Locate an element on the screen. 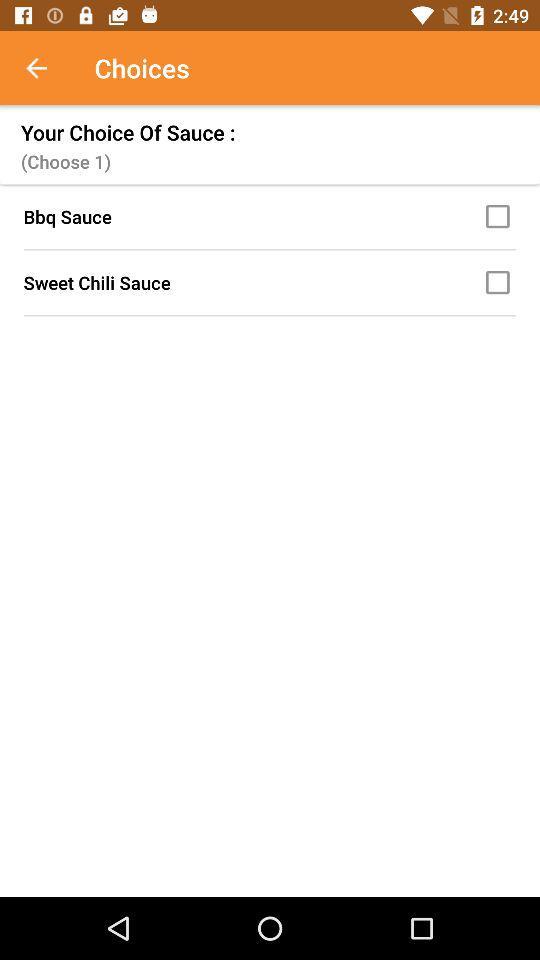 The image size is (540, 960). icon above the your choice of is located at coordinates (47, 68).